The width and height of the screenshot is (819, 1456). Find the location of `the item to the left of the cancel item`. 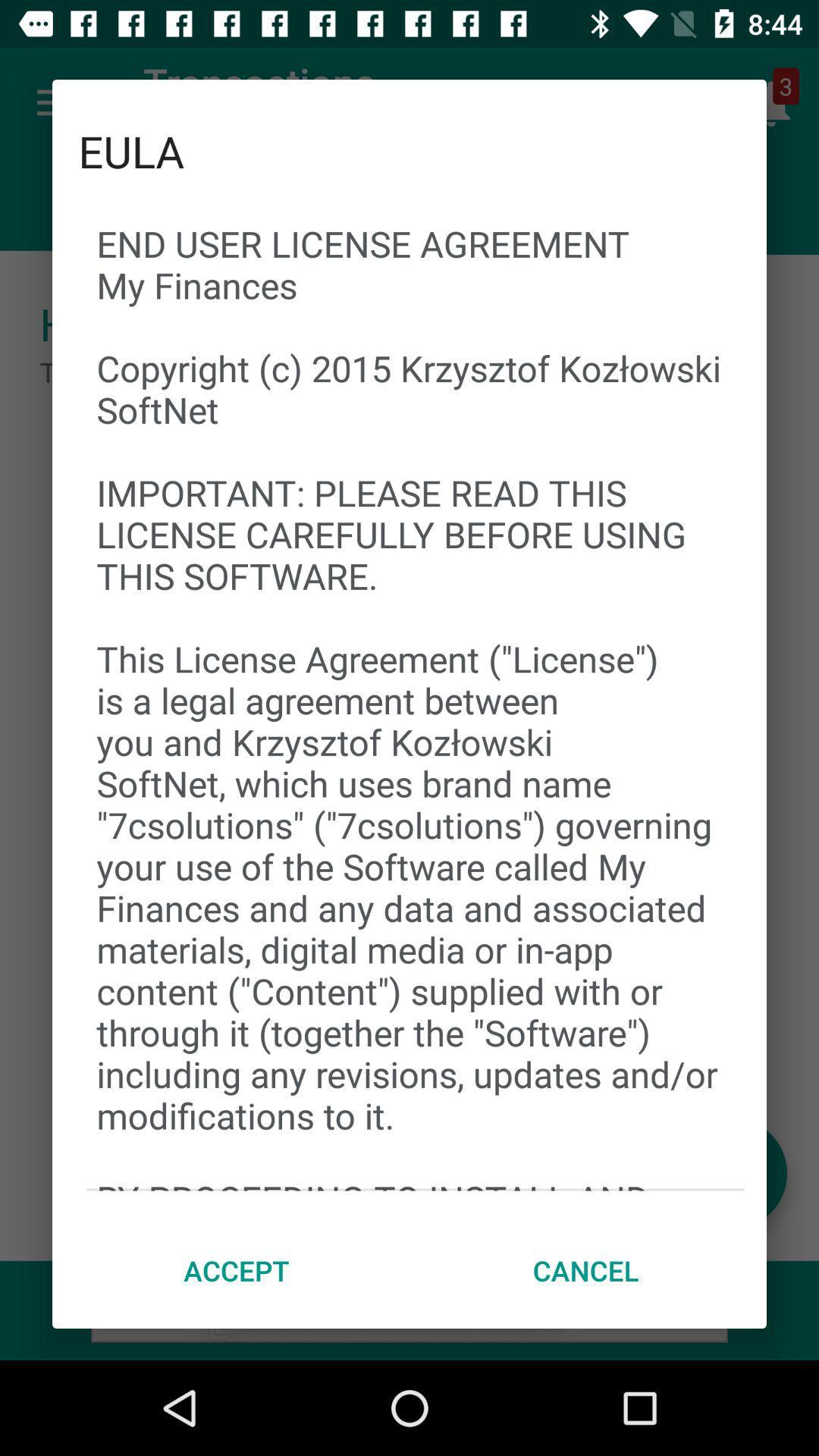

the item to the left of the cancel item is located at coordinates (237, 1270).